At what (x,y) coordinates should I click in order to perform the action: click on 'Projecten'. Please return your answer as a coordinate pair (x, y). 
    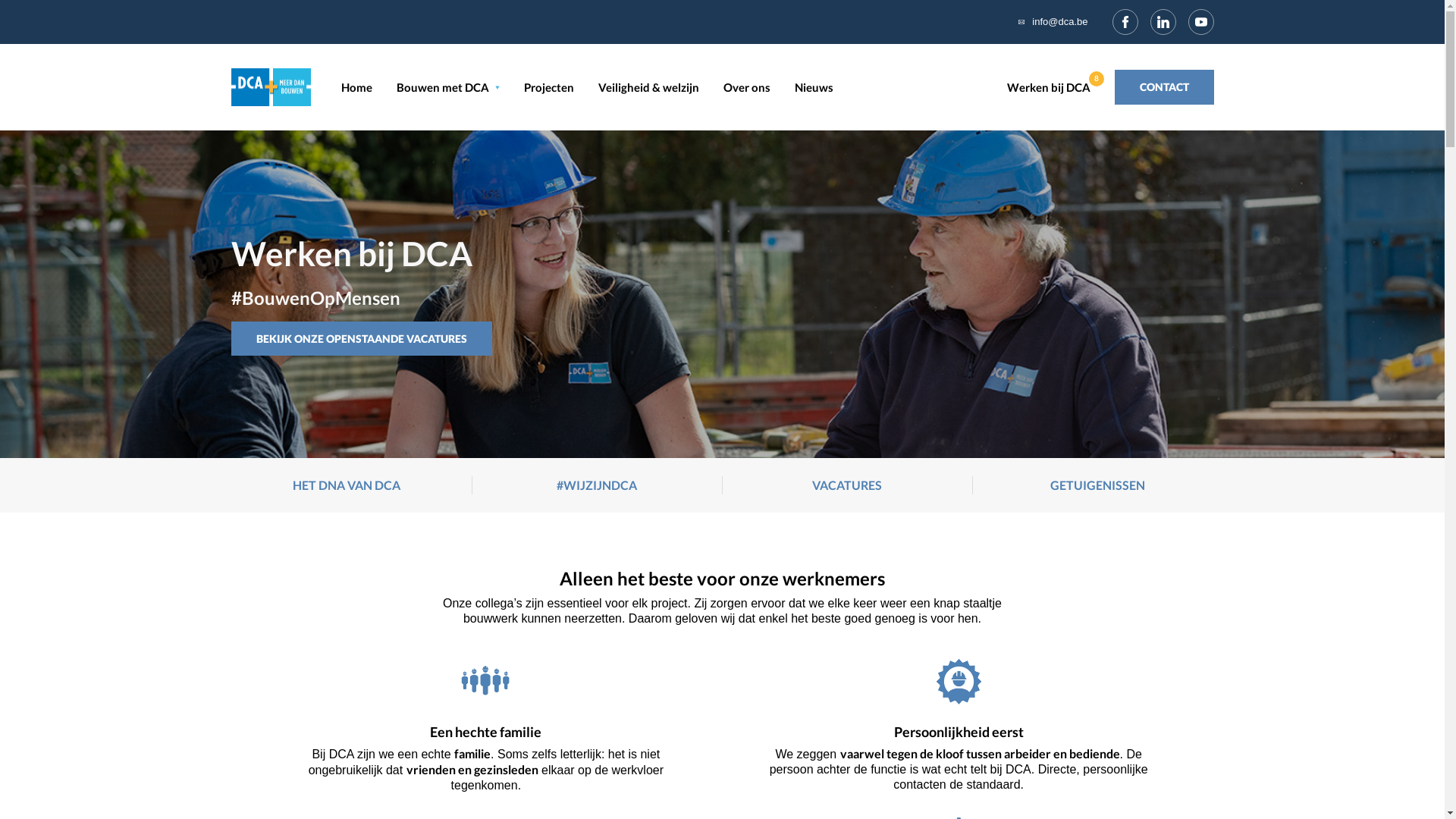
    Looking at the image, I should click on (548, 87).